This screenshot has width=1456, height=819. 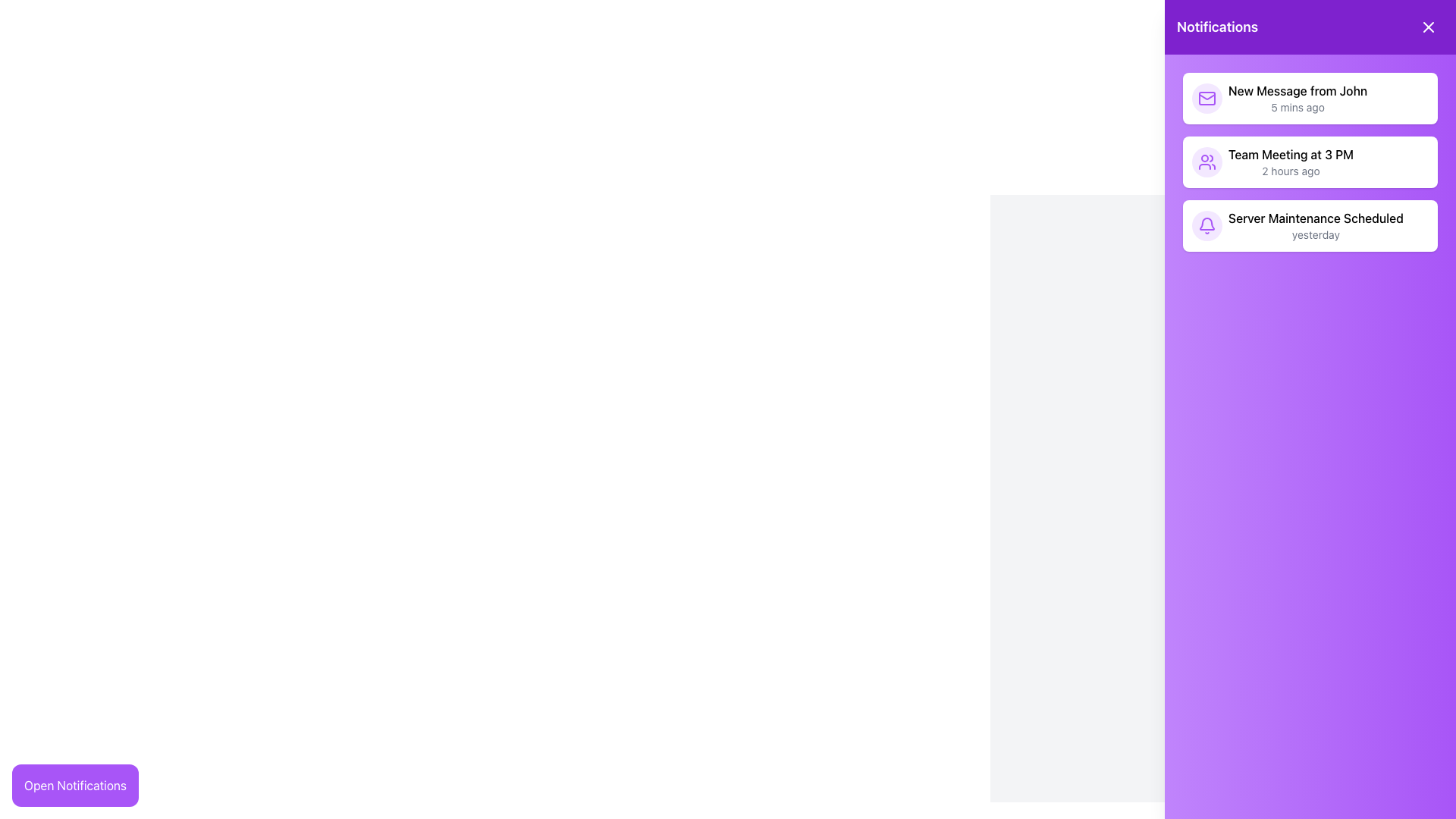 What do you see at coordinates (1207, 162) in the screenshot?
I see `the circular icon with a purple background and white outline representing a team, located to the left of the text in the 'Team Meeting at 3 PM' notification, which is the second notification in the vertically stacked list` at bounding box center [1207, 162].